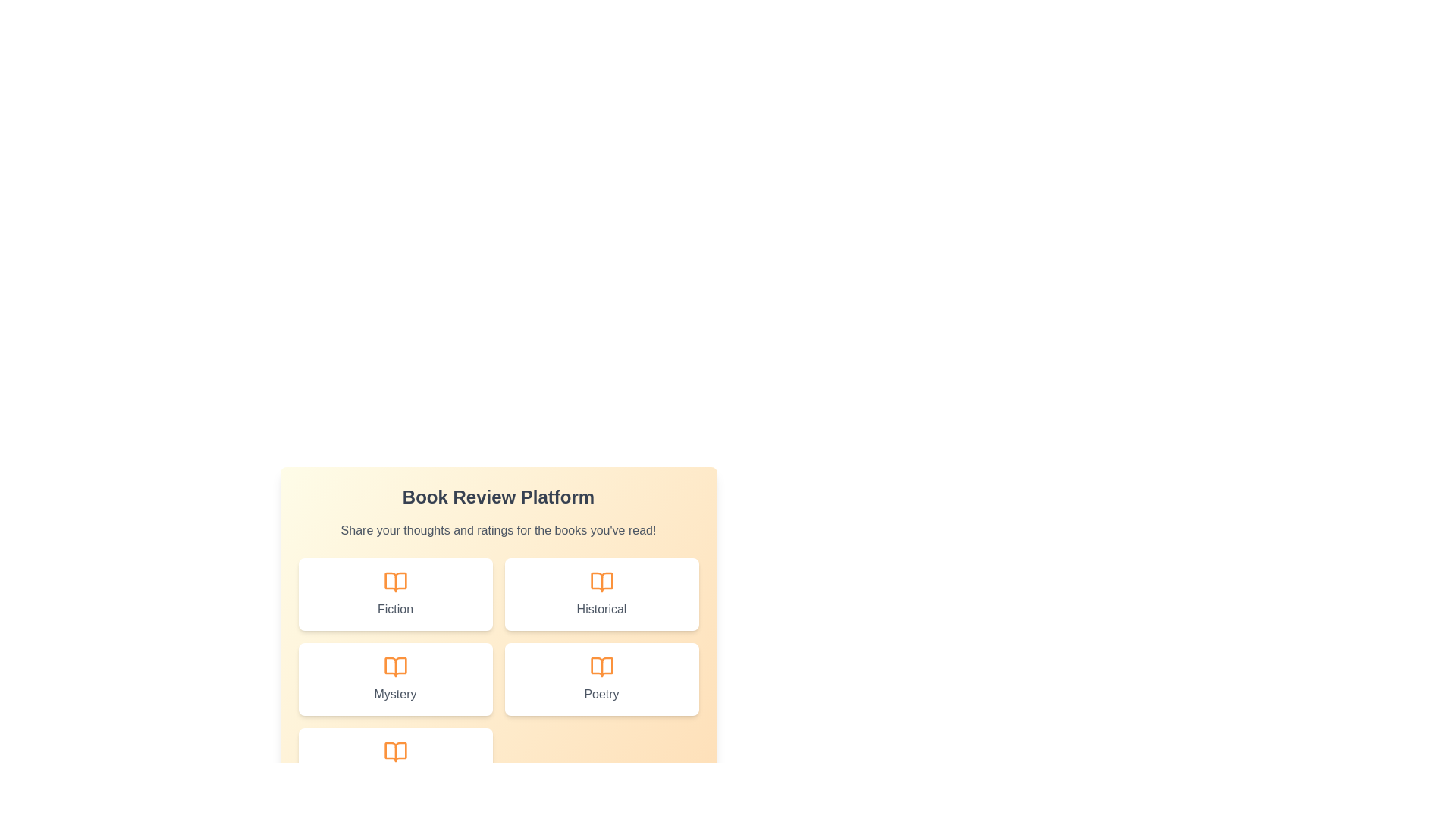 Image resolution: width=1456 pixels, height=819 pixels. Describe the element at coordinates (601, 666) in the screenshot. I see `the icon associated with the 'Poetry' category` at that location.